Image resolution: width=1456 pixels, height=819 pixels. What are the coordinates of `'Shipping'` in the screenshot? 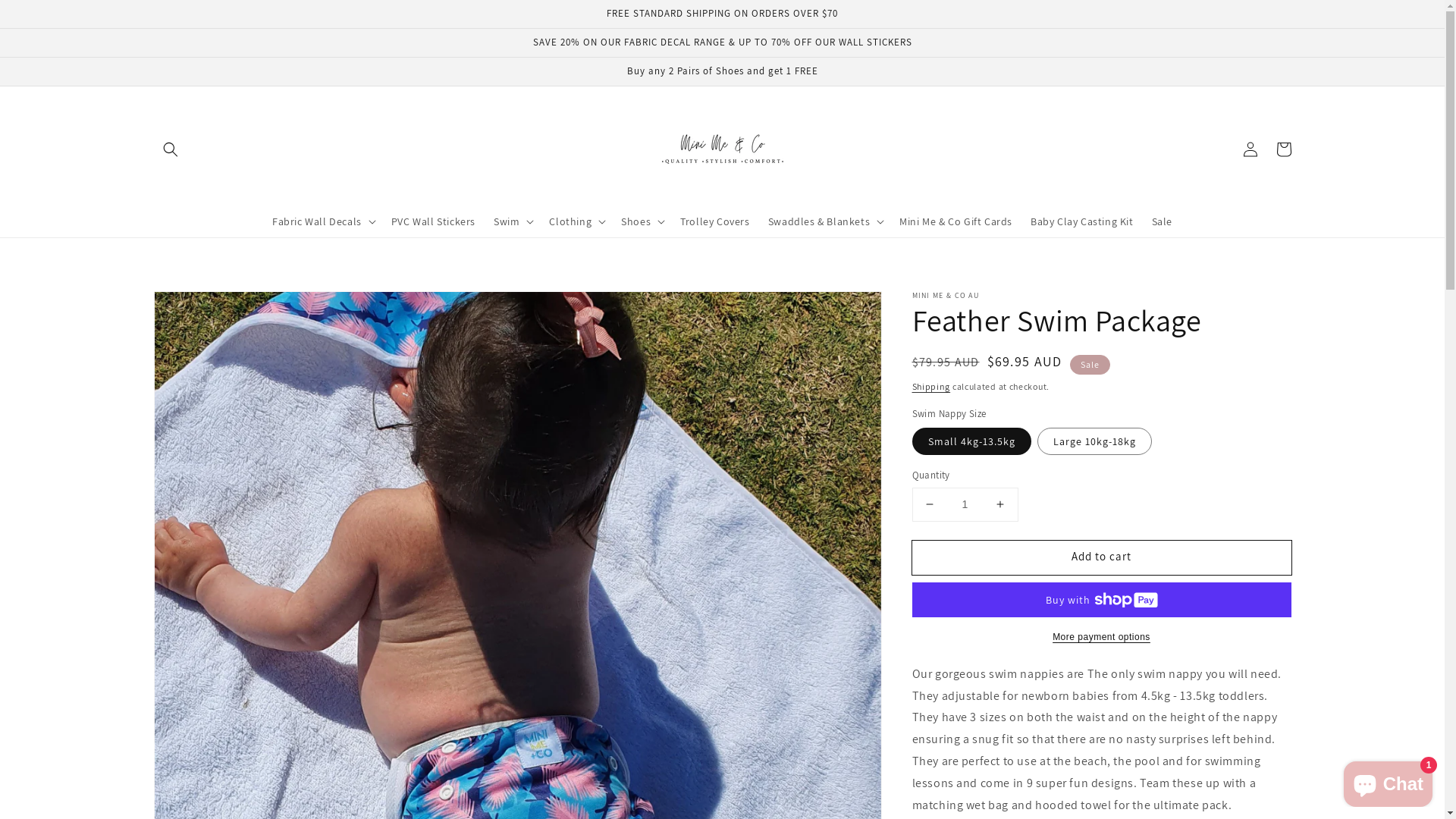 It's located at (910, 385).